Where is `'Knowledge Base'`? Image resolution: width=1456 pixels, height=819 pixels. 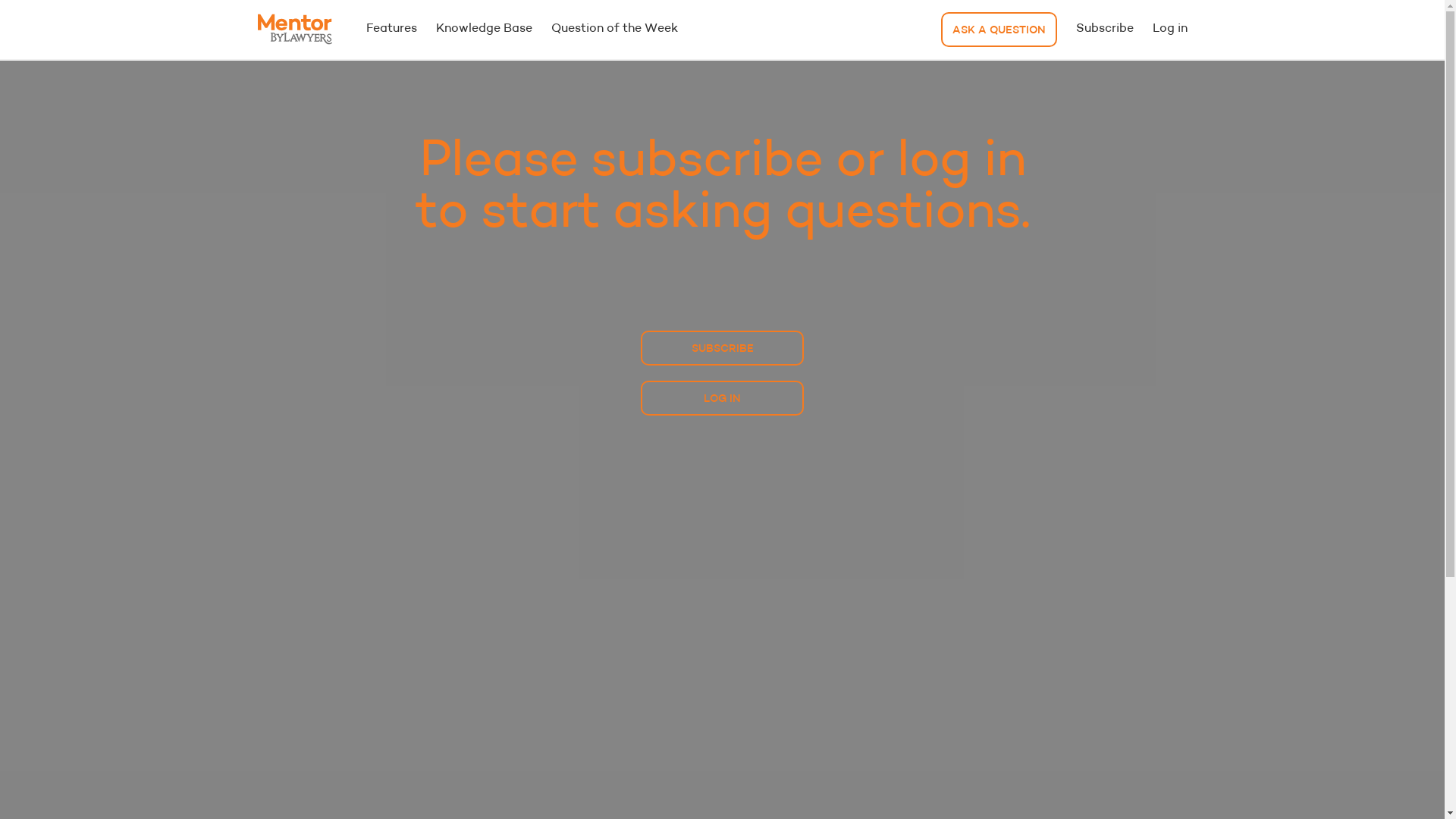 'Knowledge Base' is located at coordinates (482, 29).